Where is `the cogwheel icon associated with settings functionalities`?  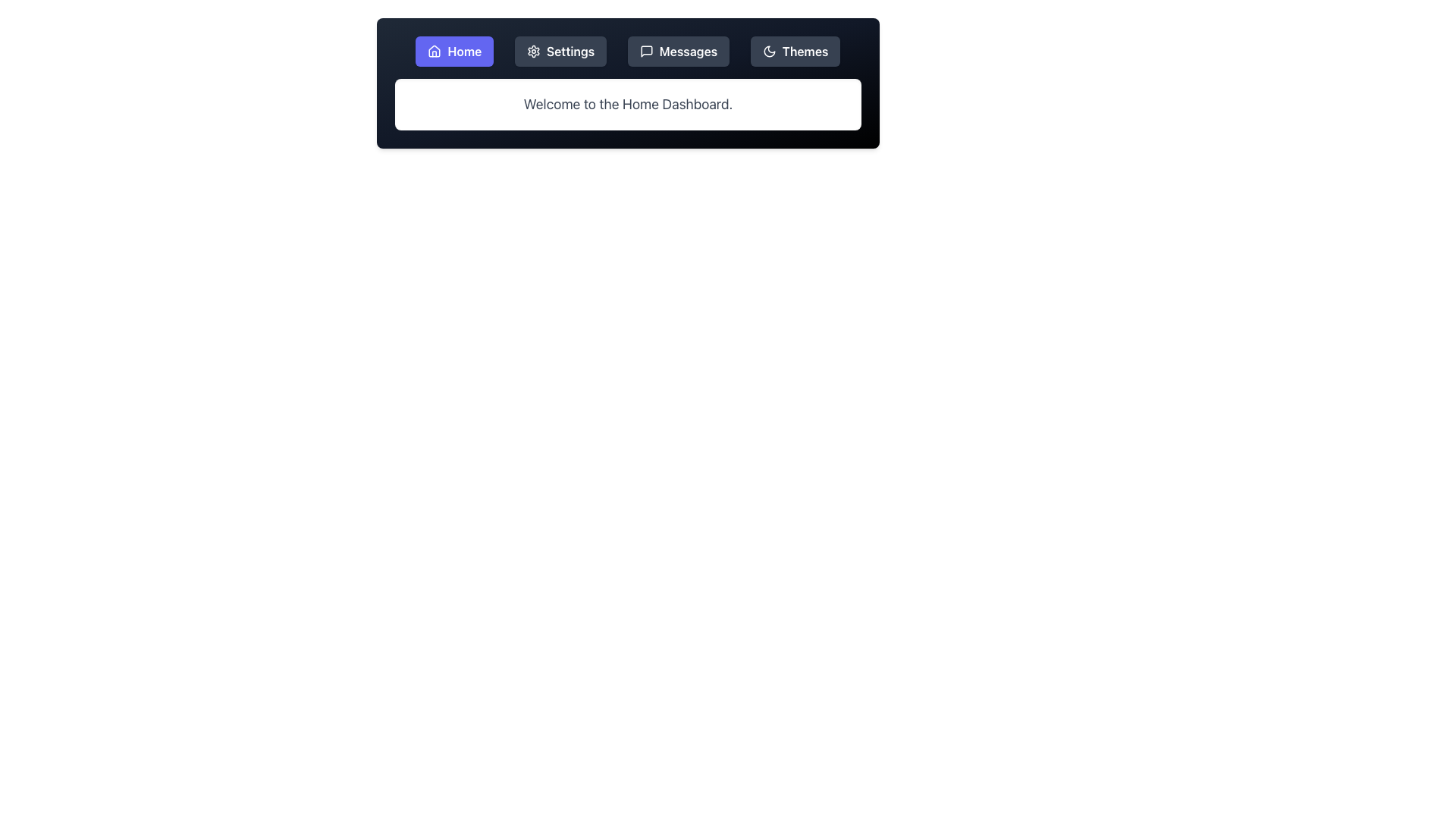
the cogwheel icon associated with settings functionalities is located at coordinates (533, 51).